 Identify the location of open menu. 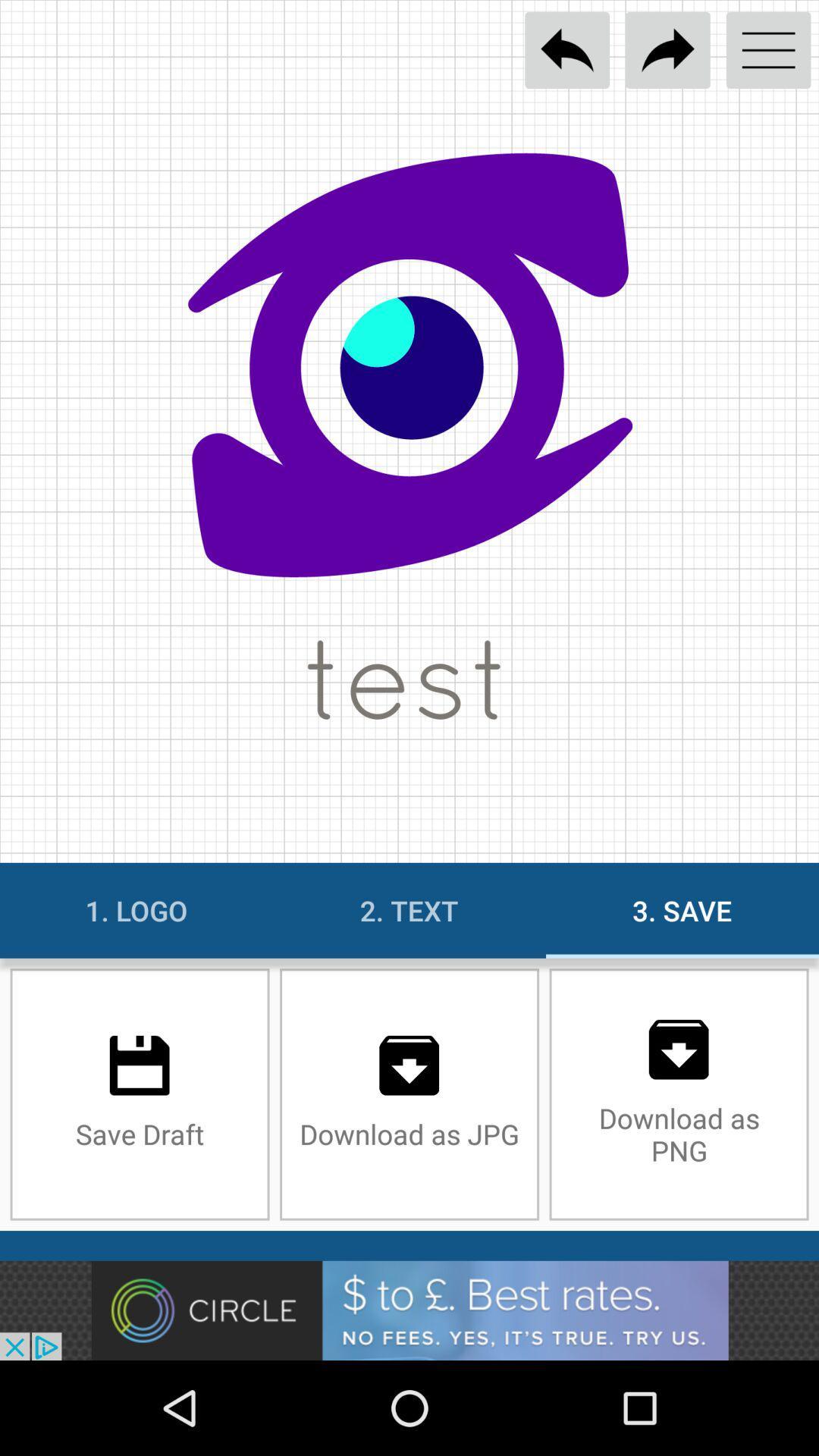
(768, 50).